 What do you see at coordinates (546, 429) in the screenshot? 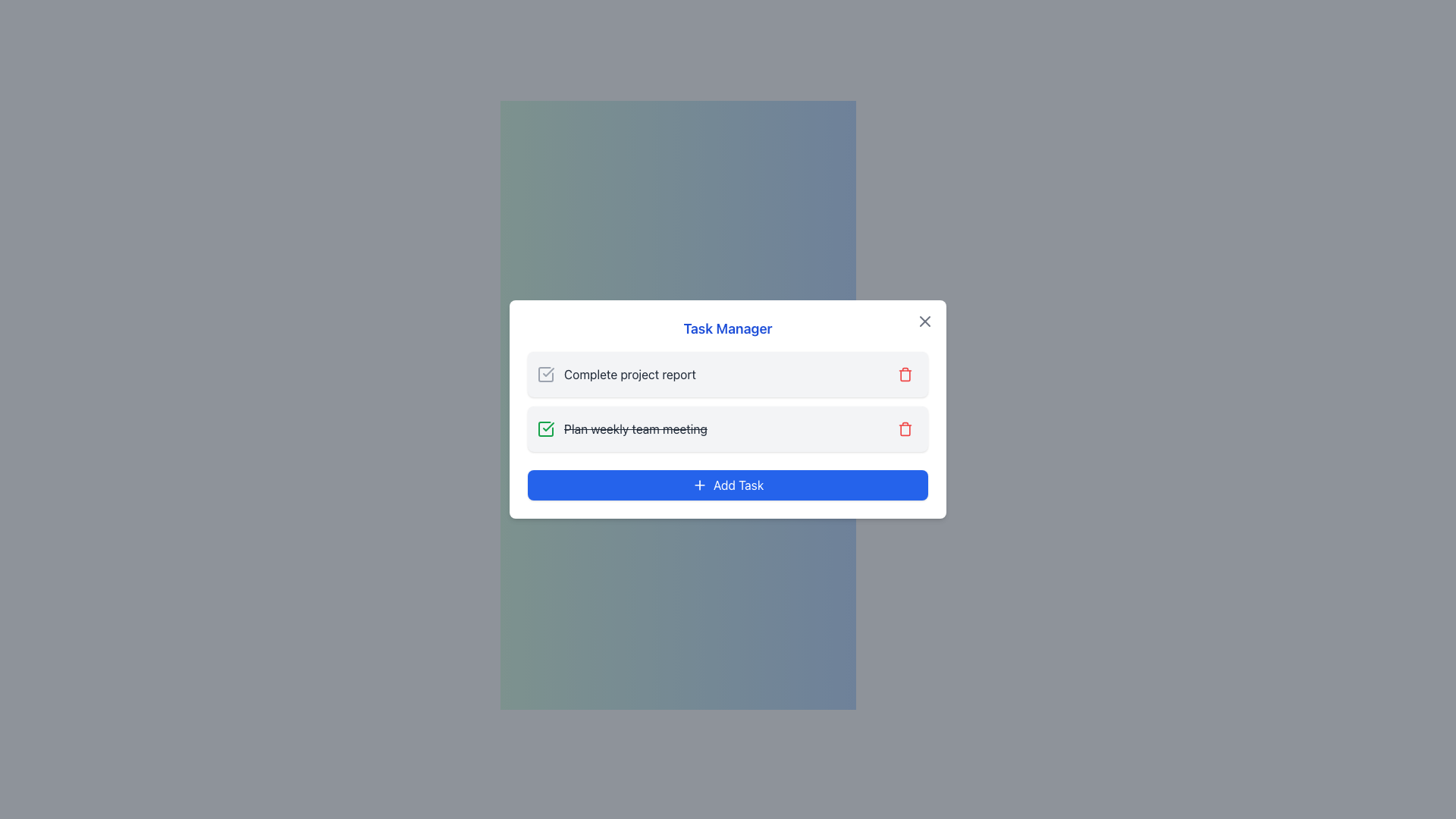
I see `the checkbox outline` at bounding box center [546, 429].